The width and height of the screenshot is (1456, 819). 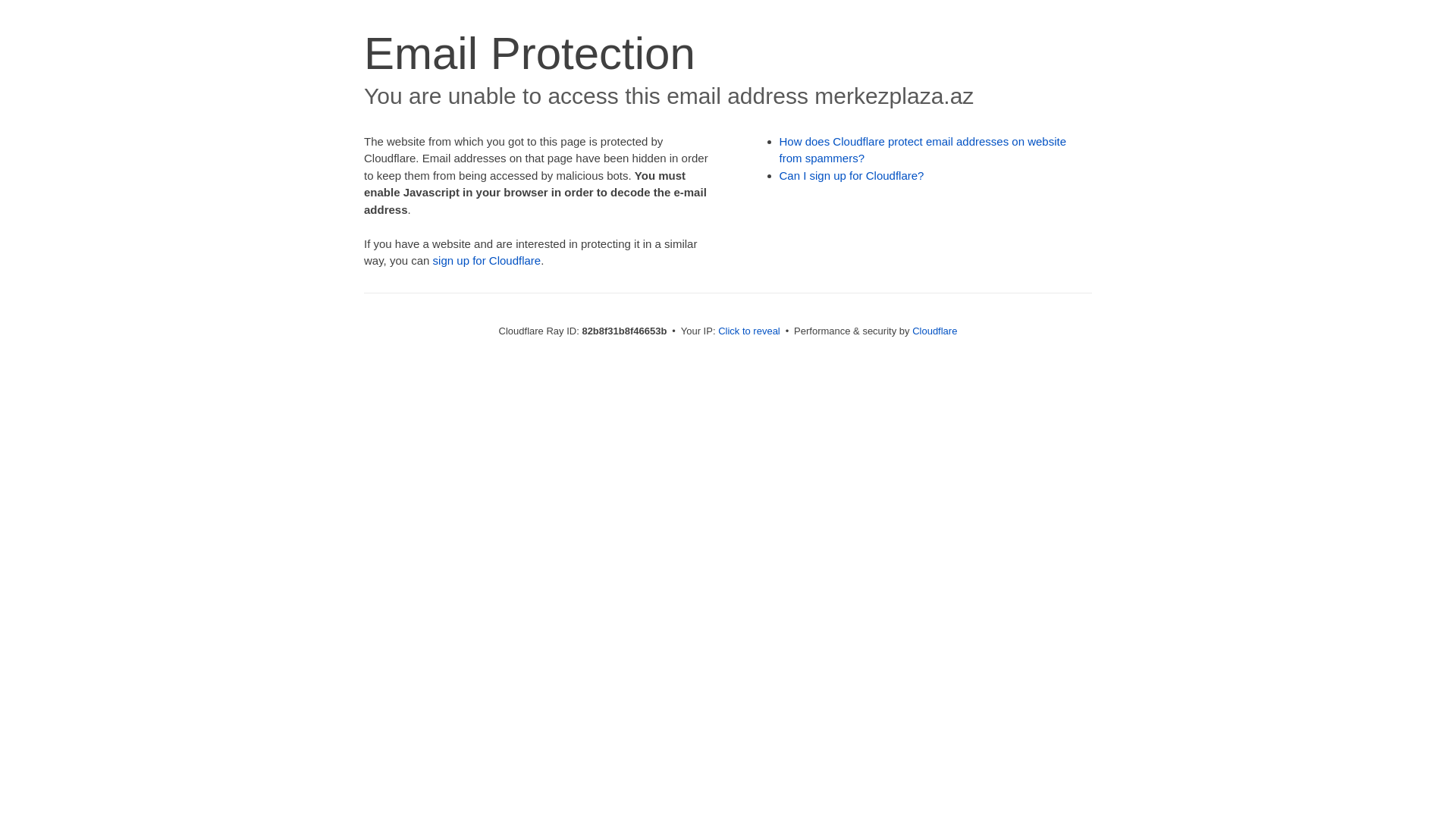 I want to click on 'Cloudflare', so click(x=934, y=330).